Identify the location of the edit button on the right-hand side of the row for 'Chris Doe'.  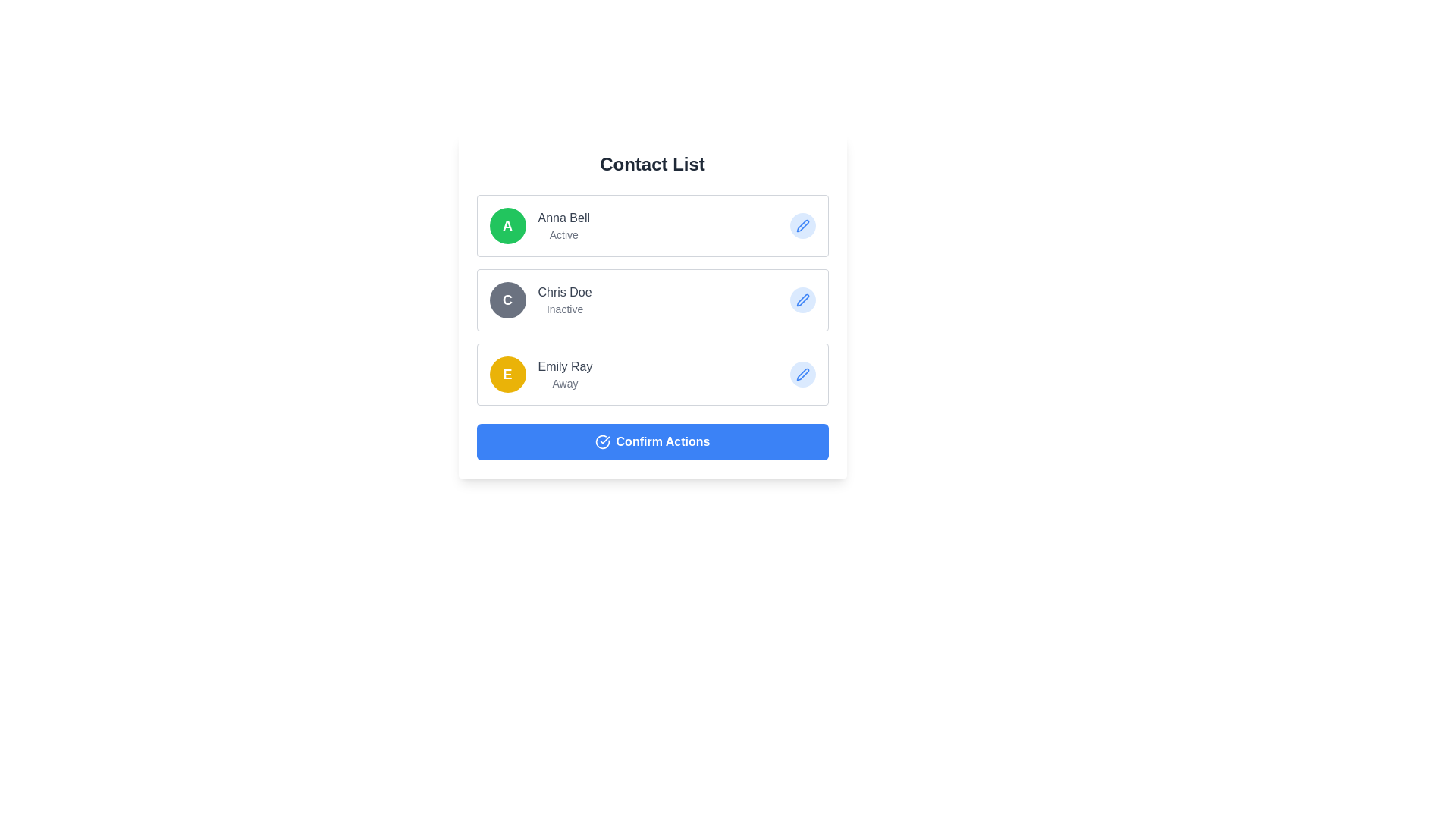
(802, 300).